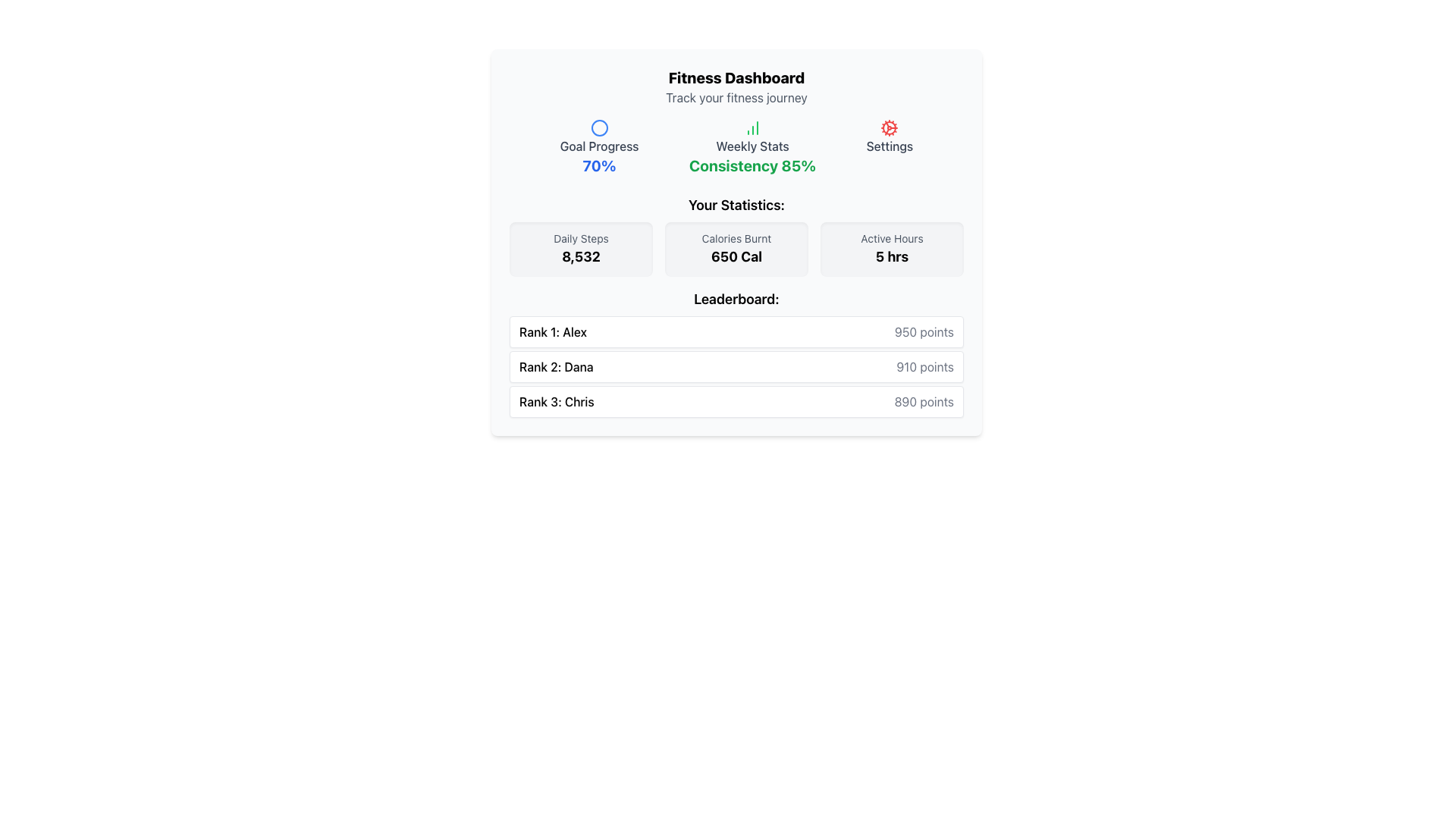 The image size is (1456, 819). Describe the element at coordinates (736, 400) in the screenshot. I see `the Textblock displaying the third rank with the name 'Chris' and their score of '890 points' in the leaderboard section` at that location.